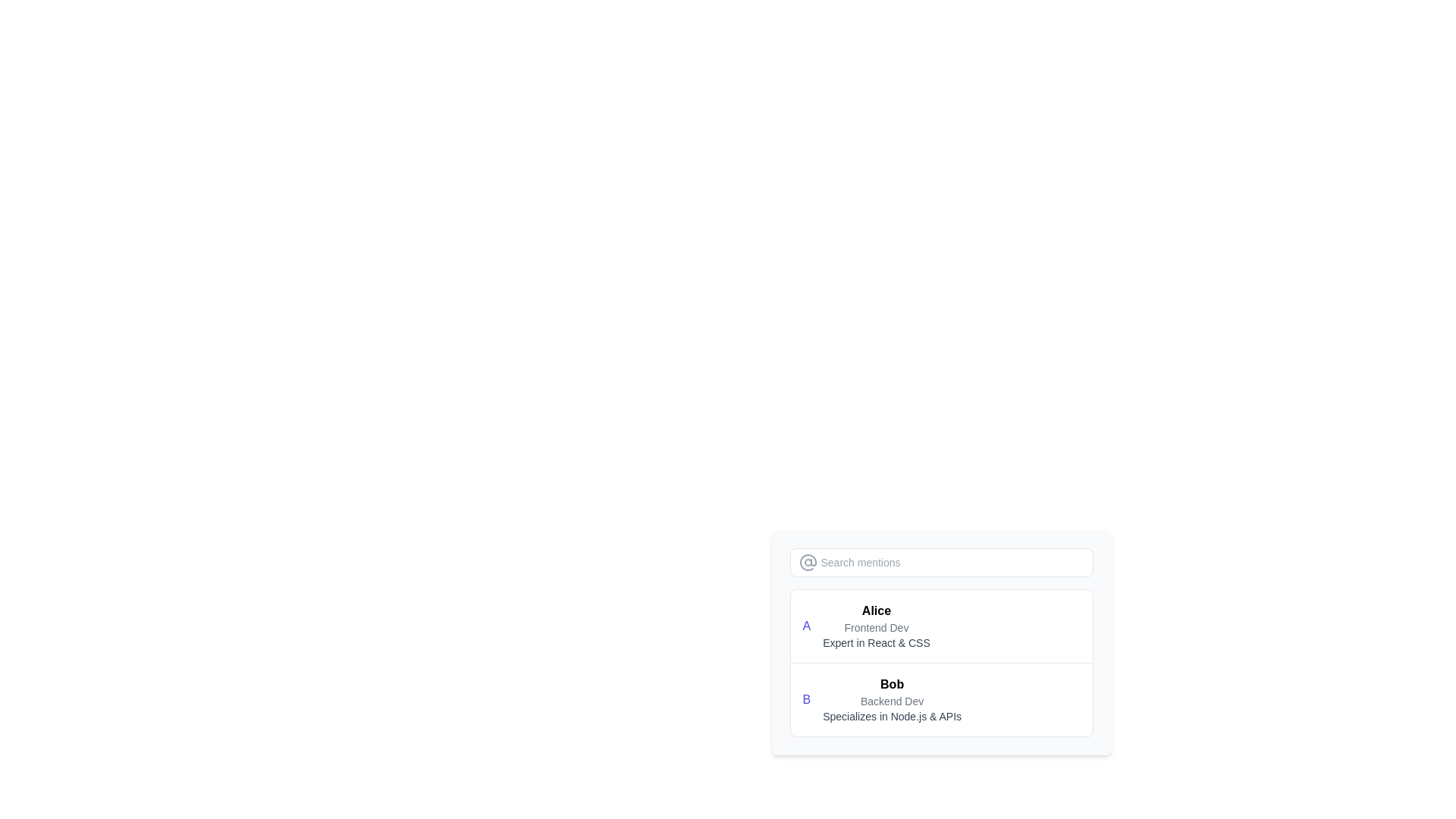  I want to click on the Text label that denotes the role or primary designation of the user Bob, positioned below the text 'Bob' and above 'Specializes in Node.js & APIs', so click(892, 701).